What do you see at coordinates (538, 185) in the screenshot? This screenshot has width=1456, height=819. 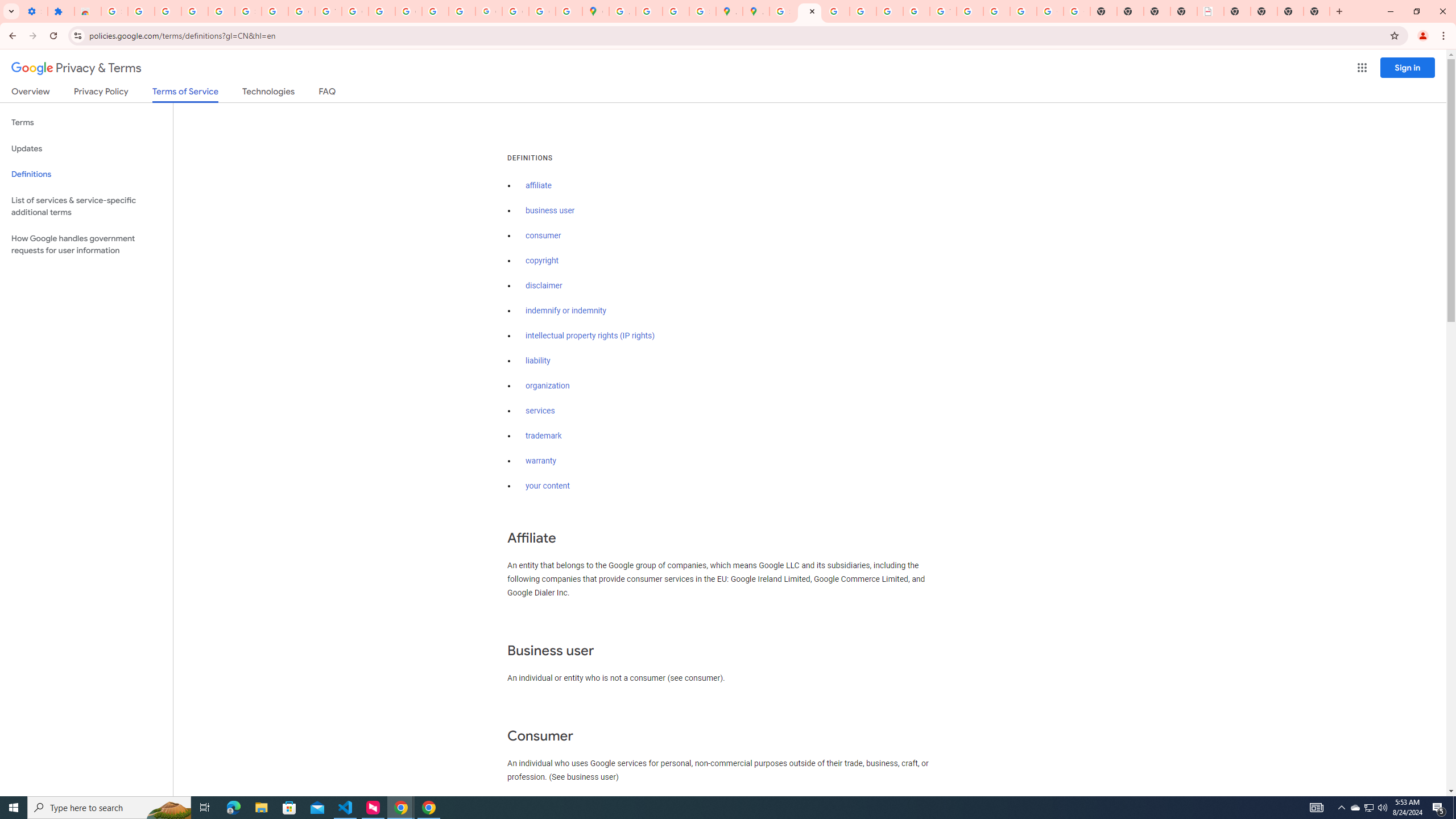 I see `'affiliate'` at bounding box center [538, 185].